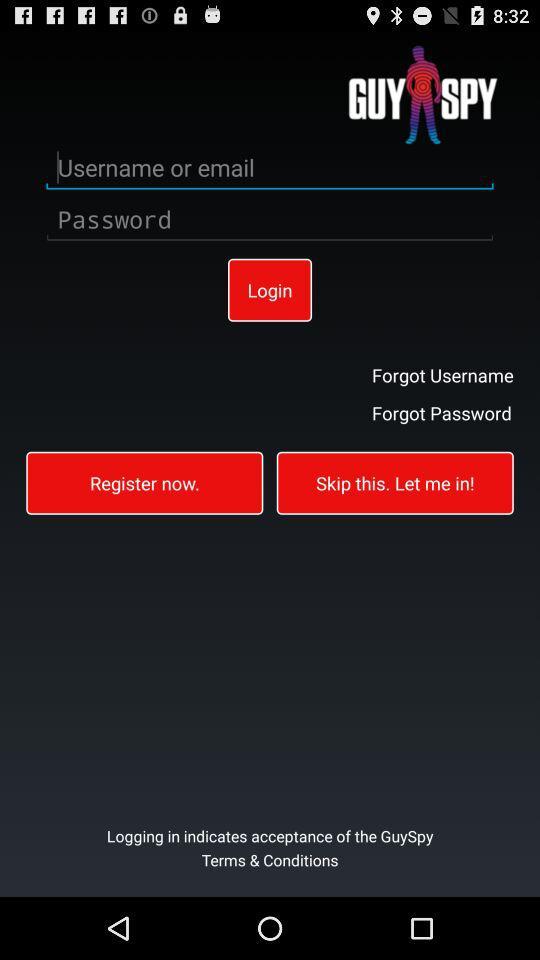 Image resolution: width=540 pixels, height=960 pixels. I want to click on item below the logging in indicates item, so click(270, 872).